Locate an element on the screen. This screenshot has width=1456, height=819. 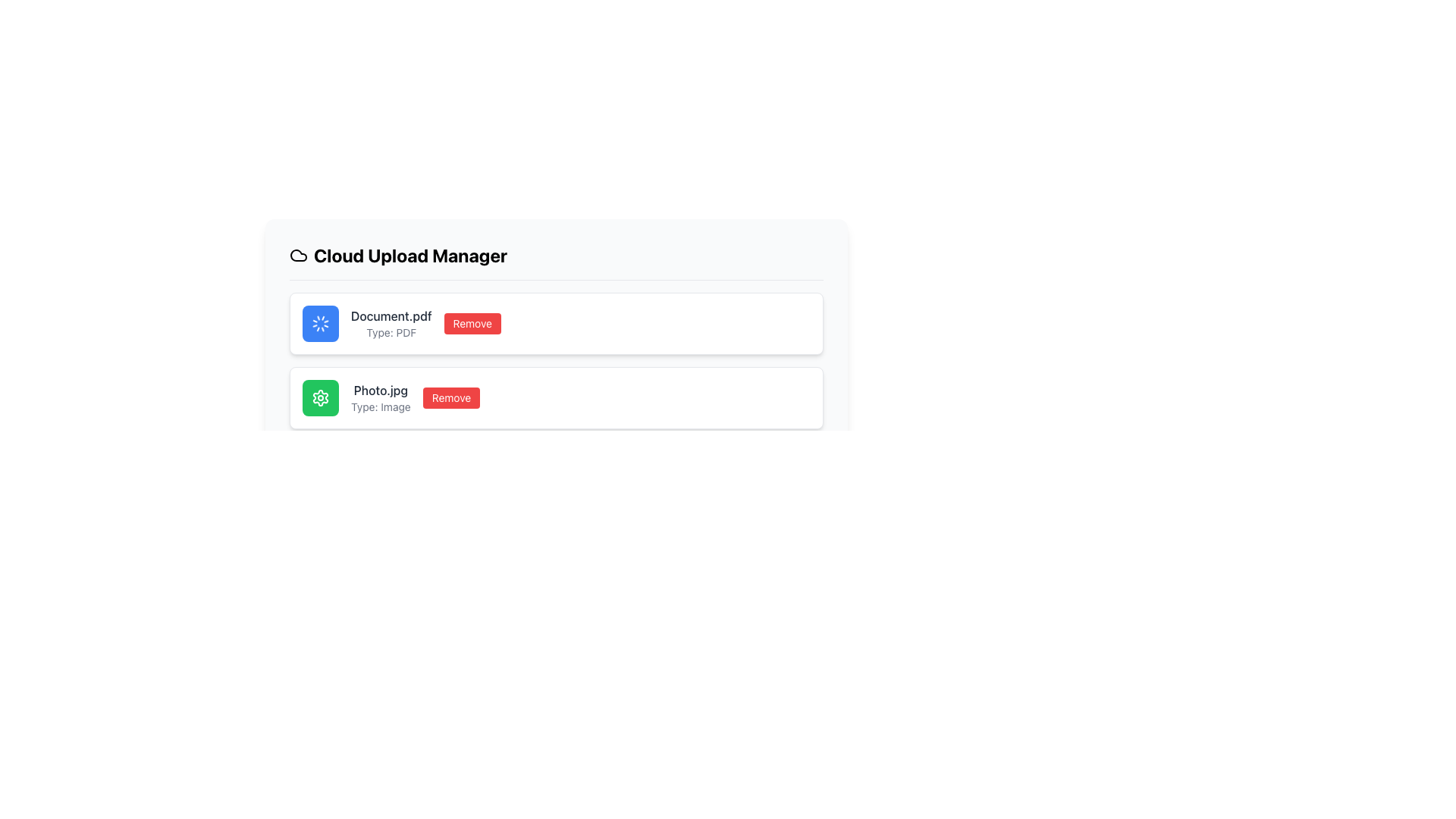
the remove button next to 'Photo.jpg' in the second file entry under 'Cloud Upload Manager' is located at coordinates (450, 397).